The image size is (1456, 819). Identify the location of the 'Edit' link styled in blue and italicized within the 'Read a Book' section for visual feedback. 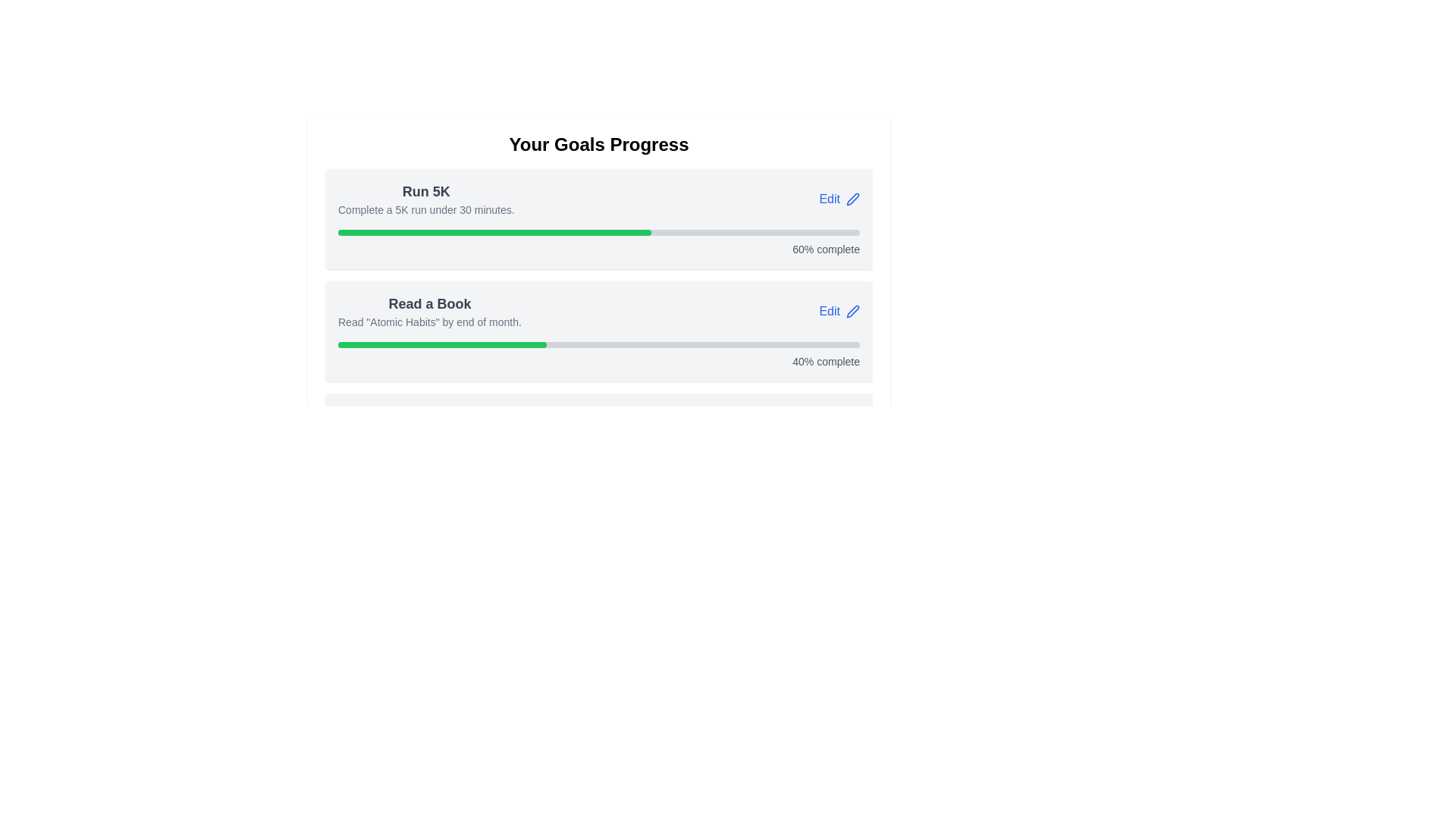
(598, 311).